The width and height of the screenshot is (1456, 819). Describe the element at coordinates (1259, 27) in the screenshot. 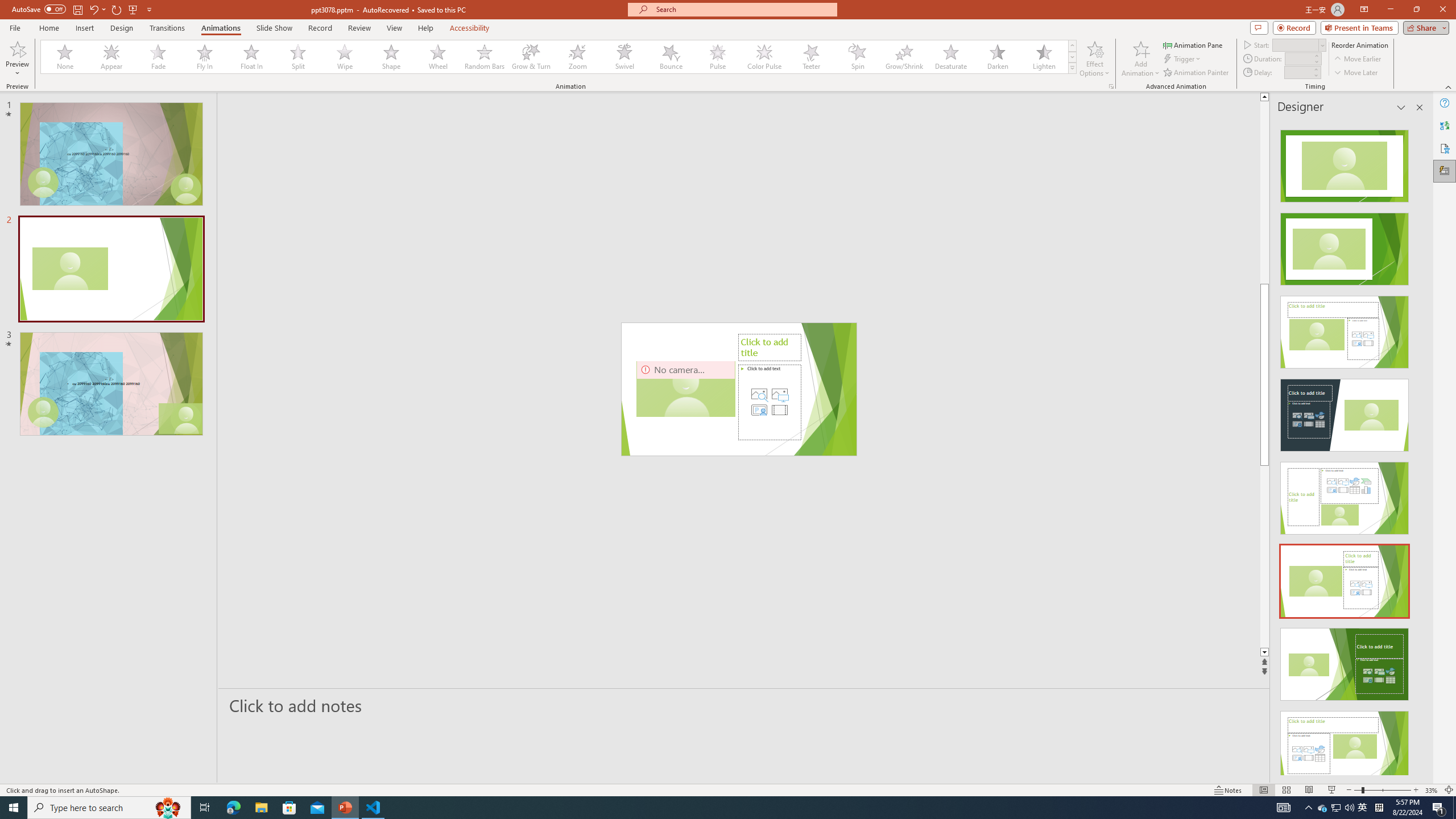

I see `'Comments'` at that location.